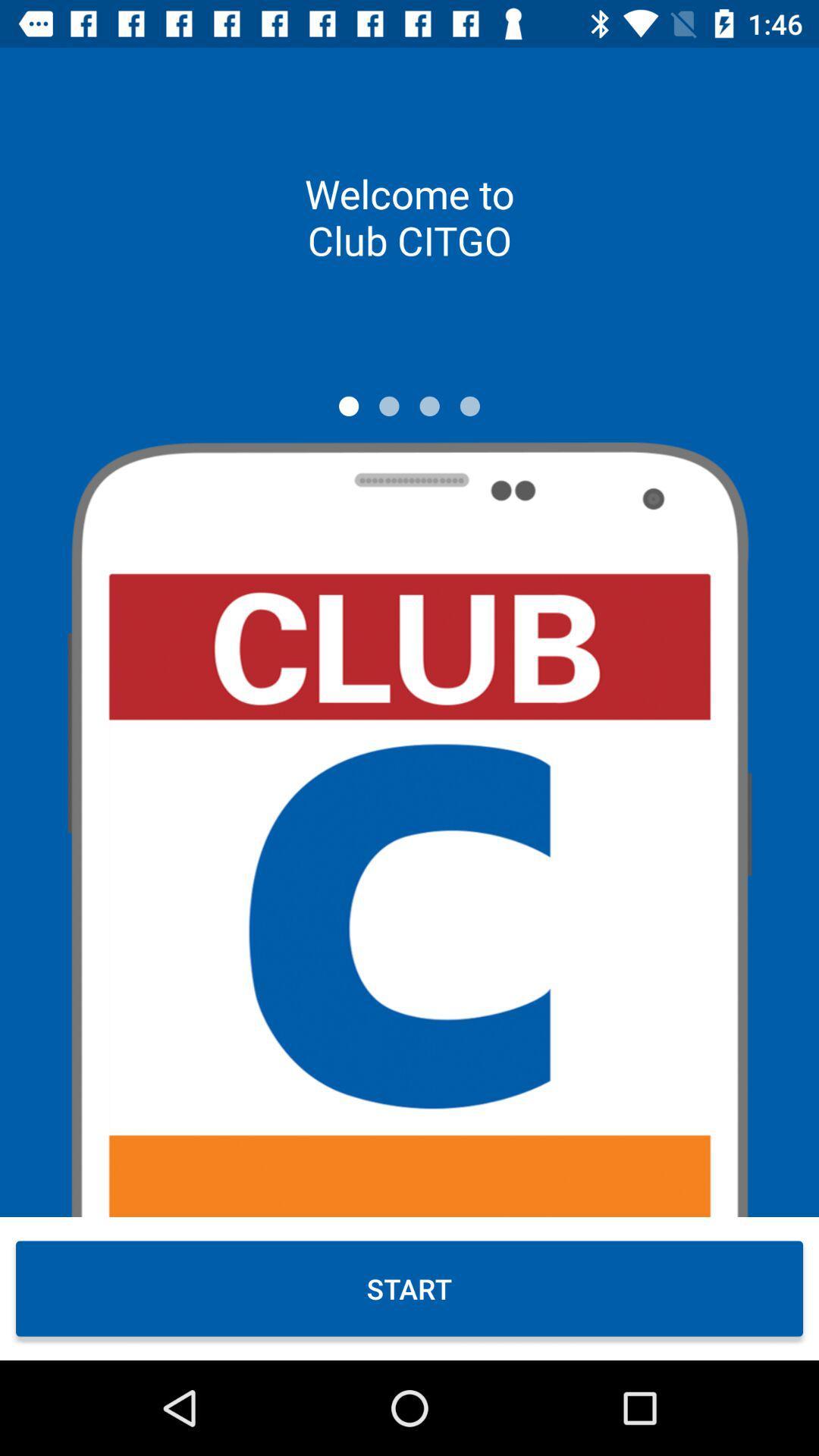 This screenshot has height=1456, width=819. I want to click on more information, so click(429, 406).